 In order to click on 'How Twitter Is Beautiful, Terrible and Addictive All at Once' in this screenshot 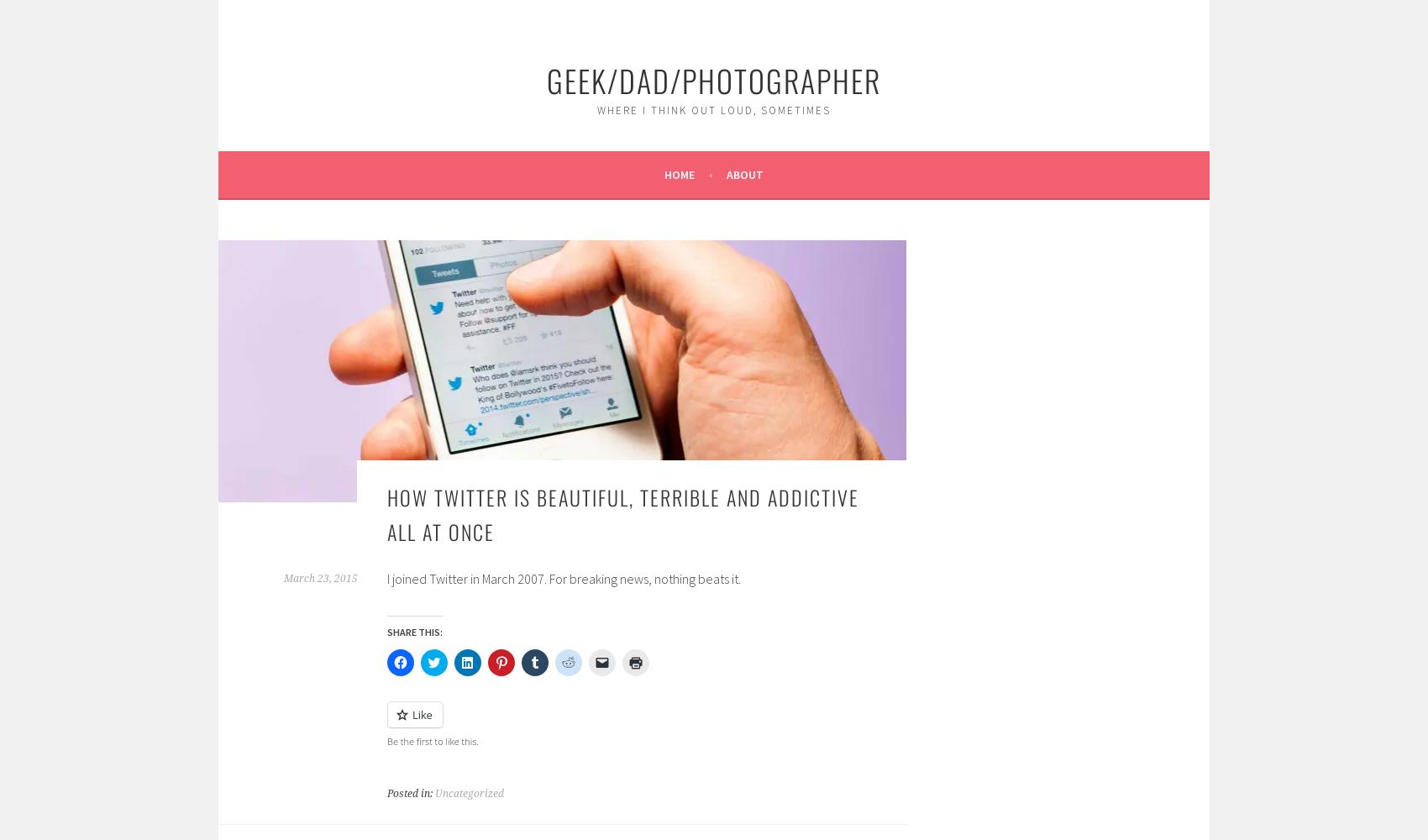, I will do `click(623, 512)`.